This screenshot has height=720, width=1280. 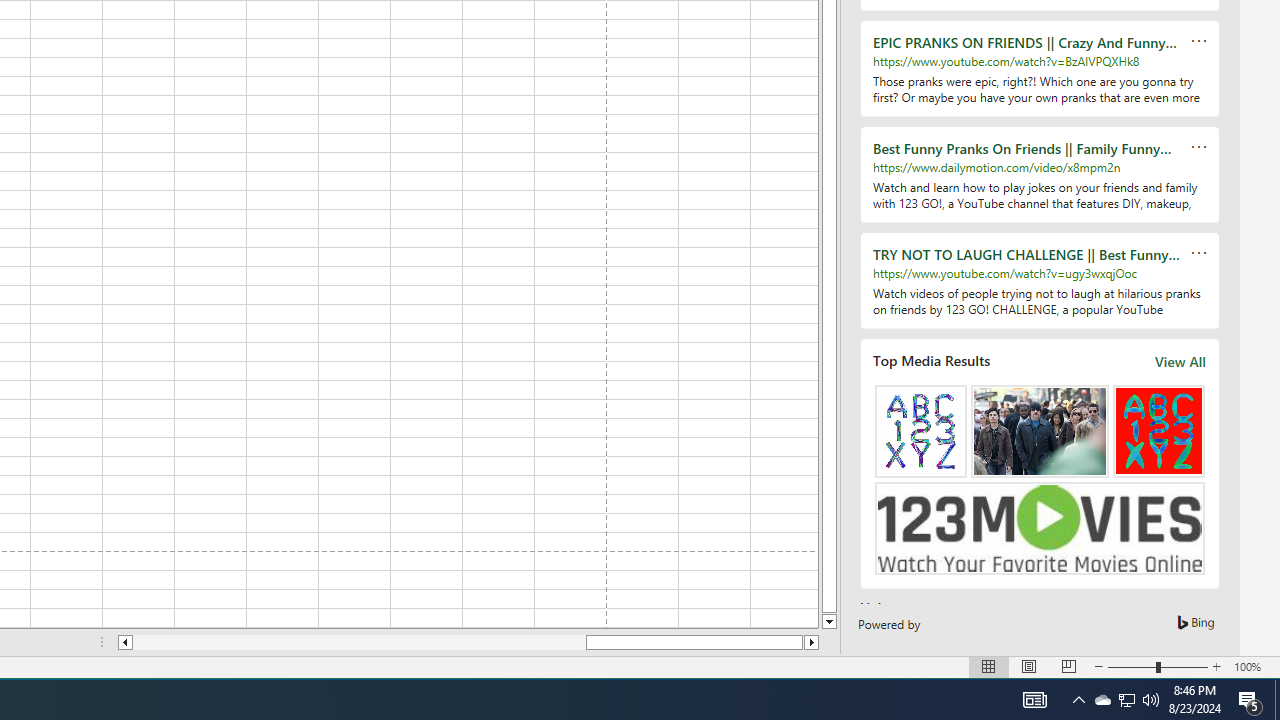 I want to click on 'AutomationID: 4105', so click(x=1034, y=698).